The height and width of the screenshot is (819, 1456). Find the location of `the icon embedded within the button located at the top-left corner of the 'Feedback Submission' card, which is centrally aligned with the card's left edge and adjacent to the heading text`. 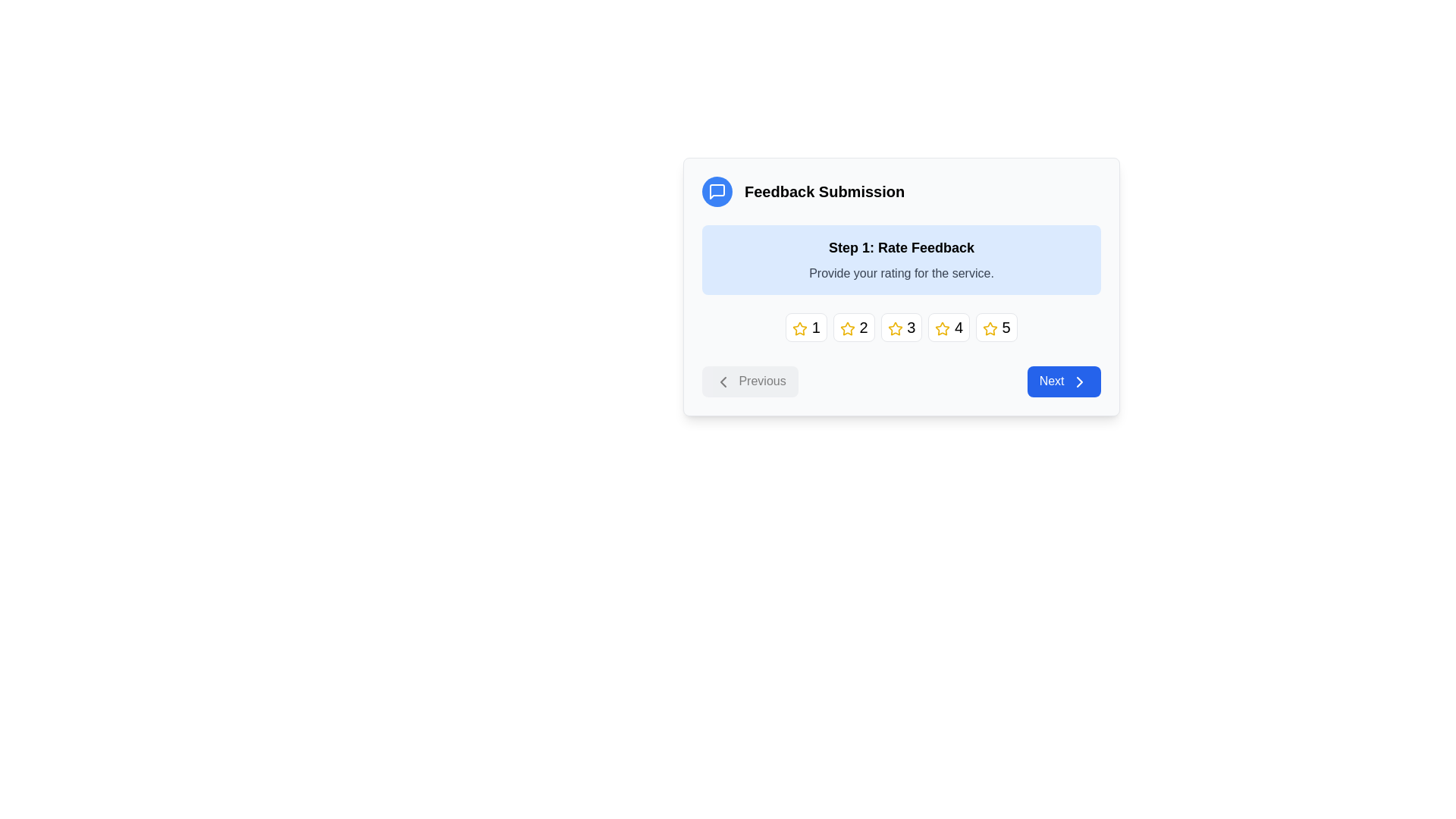

the icon embedded within the button located at the top-left corner of the 'Feedback Submission' card, which is centrally aligned with the card's left edge and adjacent to the heading text is located at coordinates (716, 191).